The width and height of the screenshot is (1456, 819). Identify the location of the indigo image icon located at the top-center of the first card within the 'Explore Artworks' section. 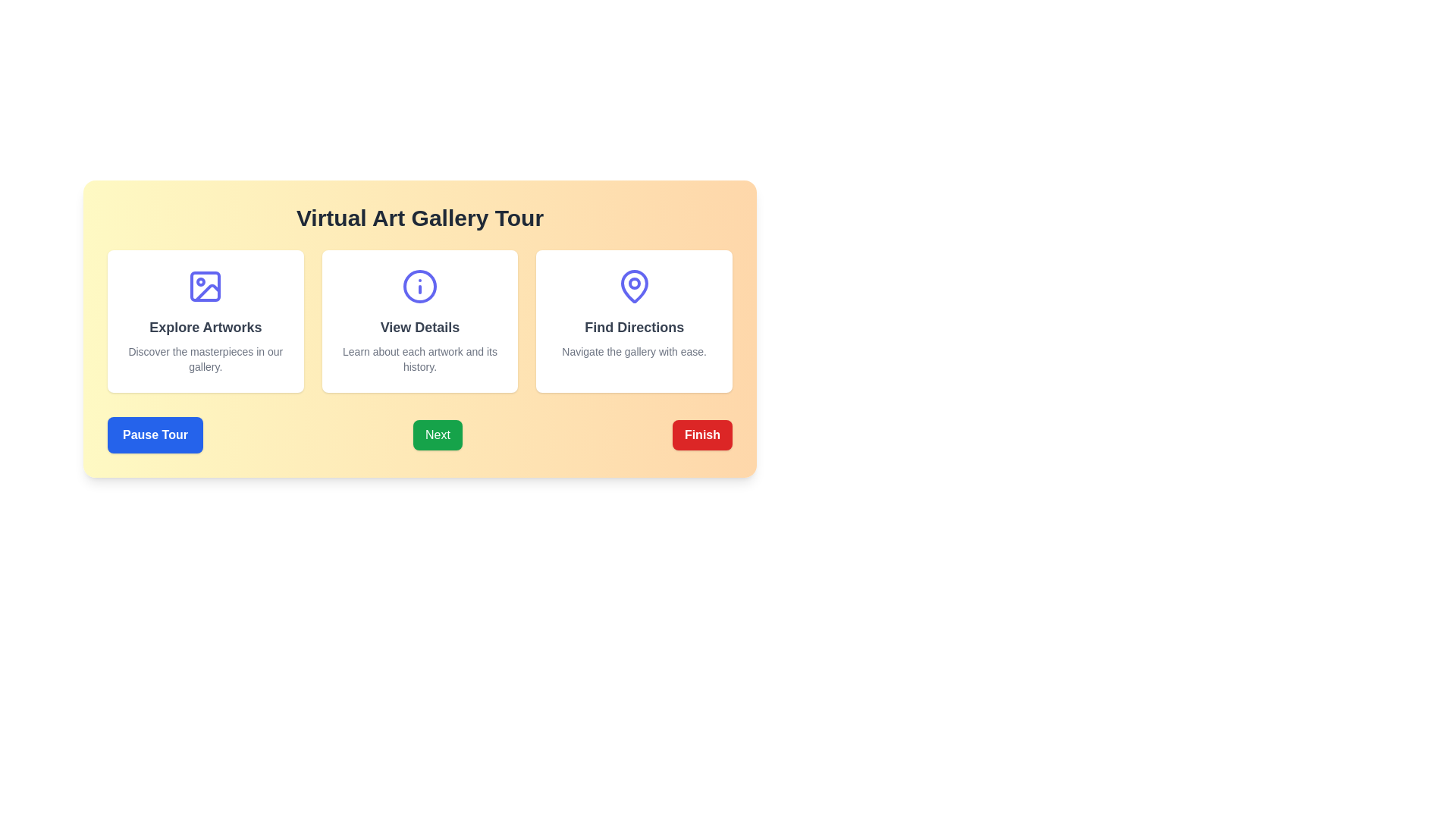
(205, 287).